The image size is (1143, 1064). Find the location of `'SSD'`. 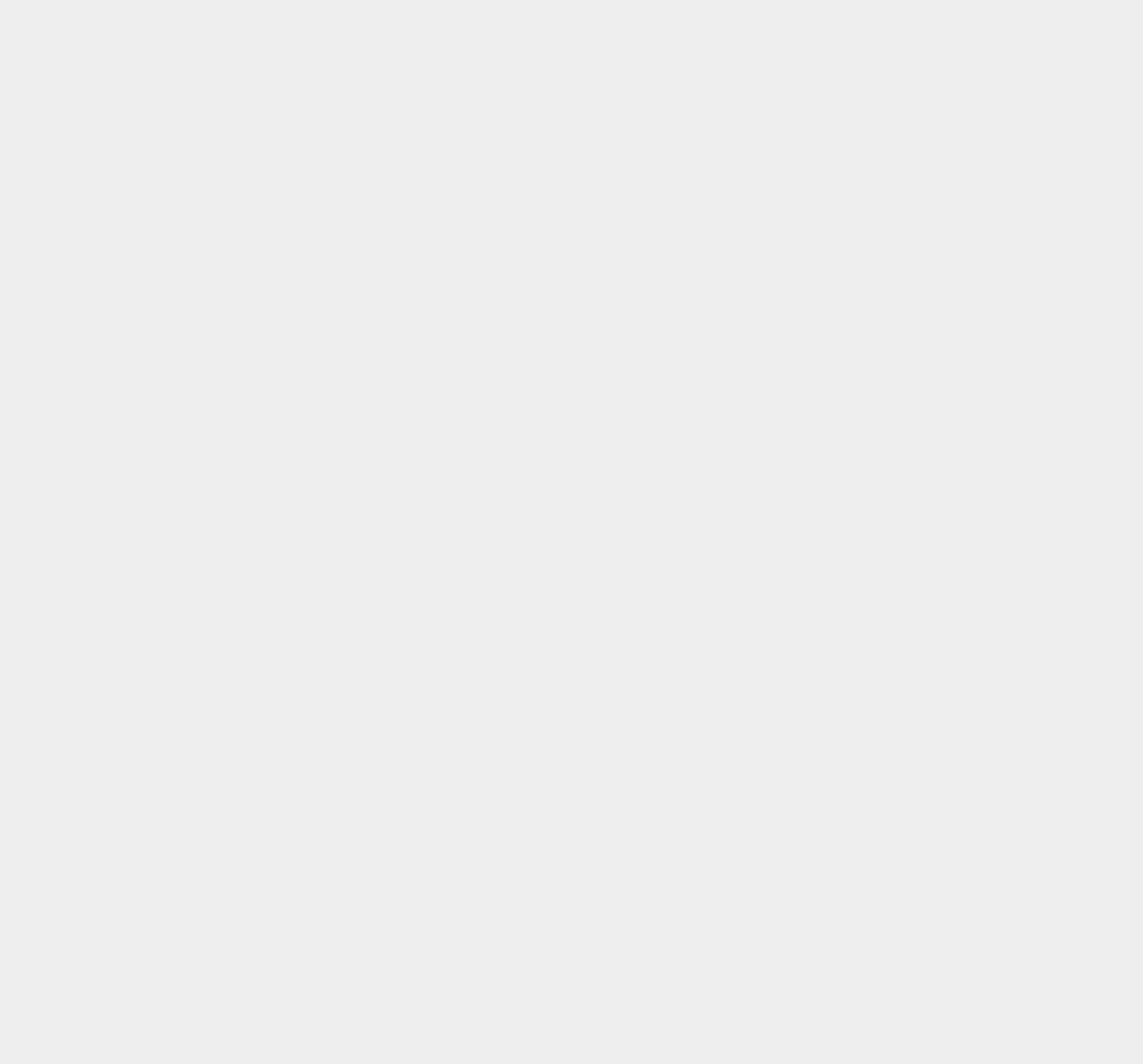

'SSD' is located at coordinates (819, 446).